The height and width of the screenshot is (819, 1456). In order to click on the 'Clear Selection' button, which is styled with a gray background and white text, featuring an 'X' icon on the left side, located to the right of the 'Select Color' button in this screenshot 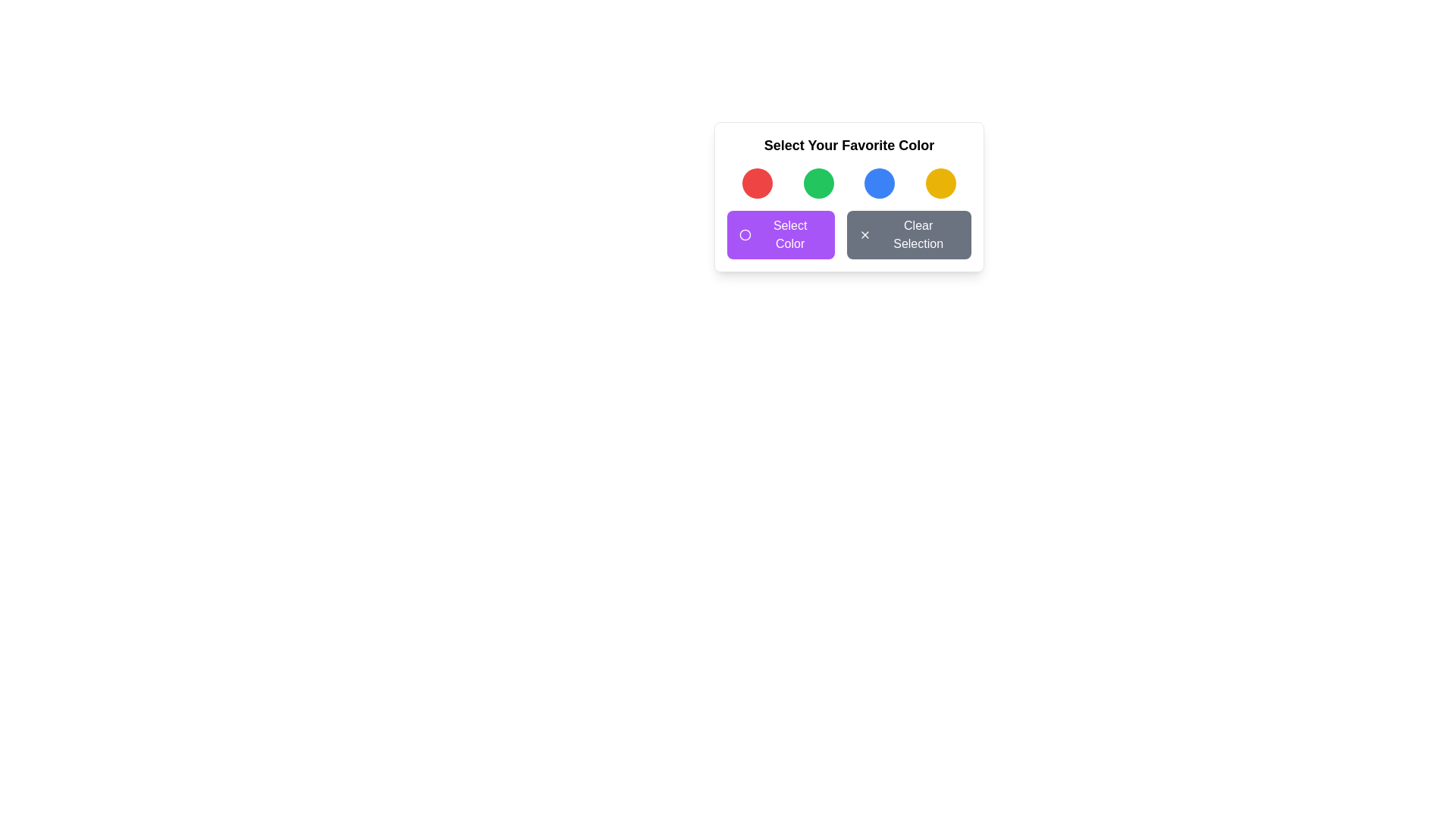, I will do `click(909, 234)`.